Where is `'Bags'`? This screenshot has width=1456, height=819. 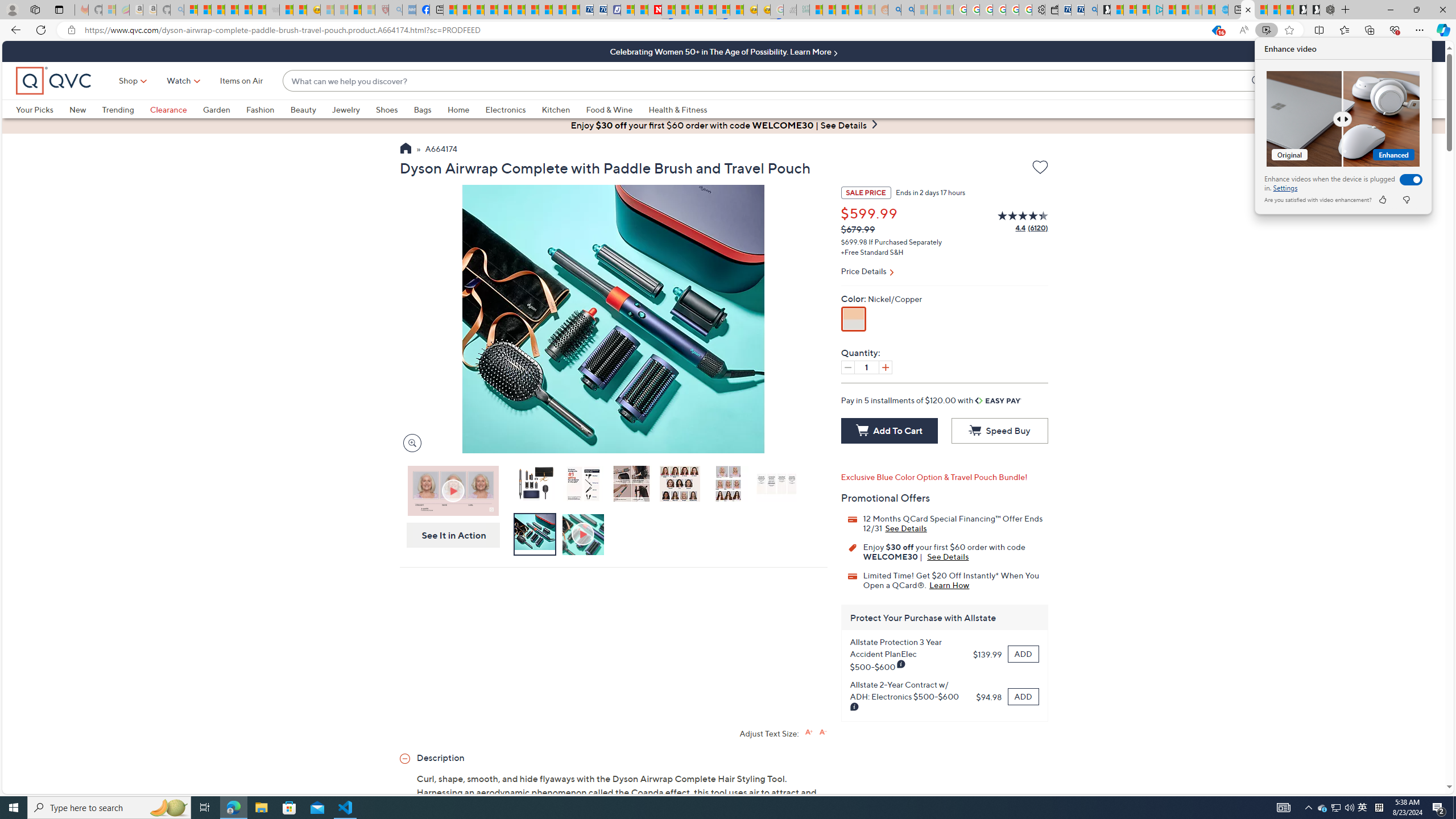
'Bags' is located at coordinates (429, 109).